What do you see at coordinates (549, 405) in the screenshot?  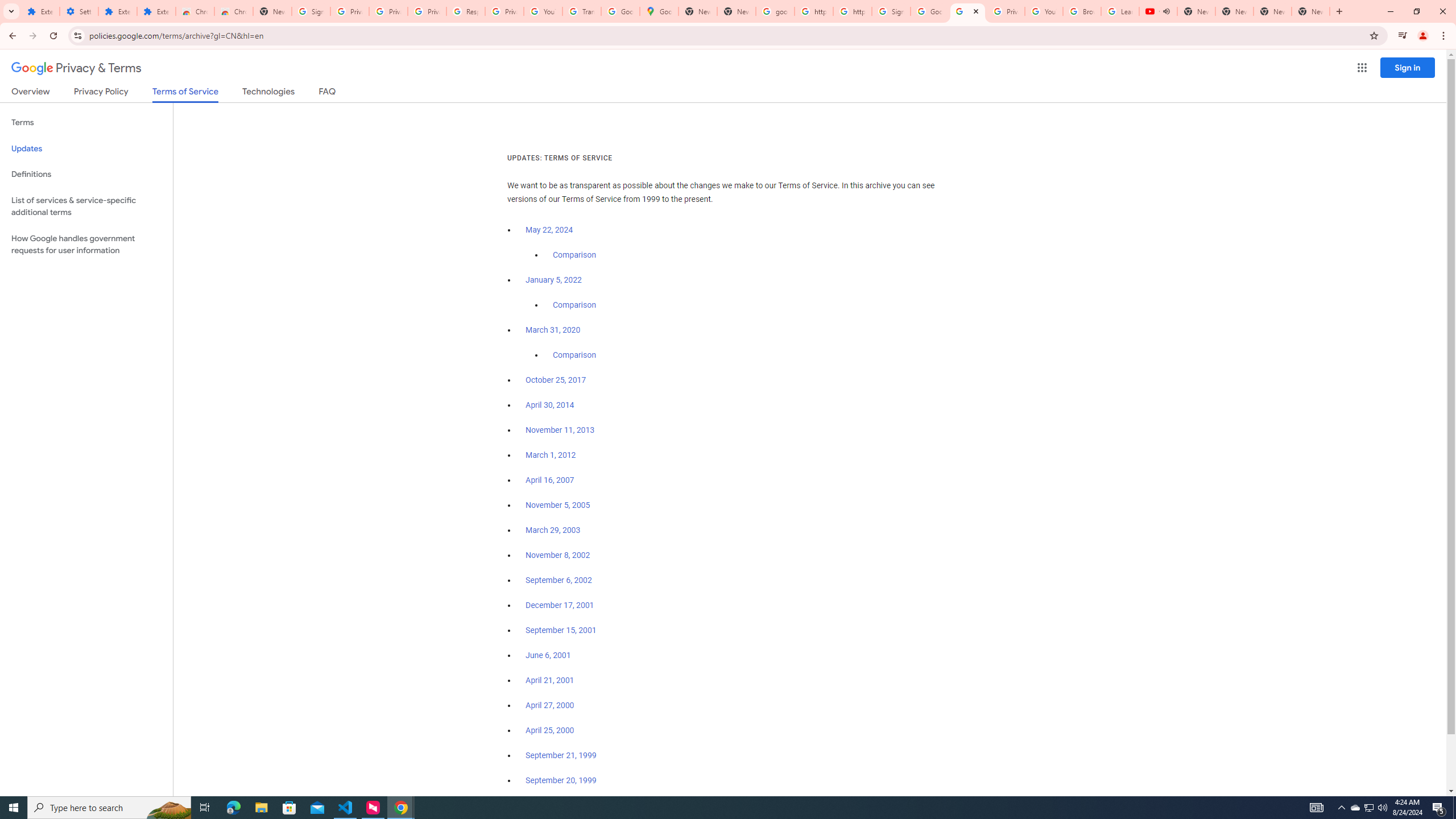 I see `'April 30, 2014'` at bounding box center [549, 405].